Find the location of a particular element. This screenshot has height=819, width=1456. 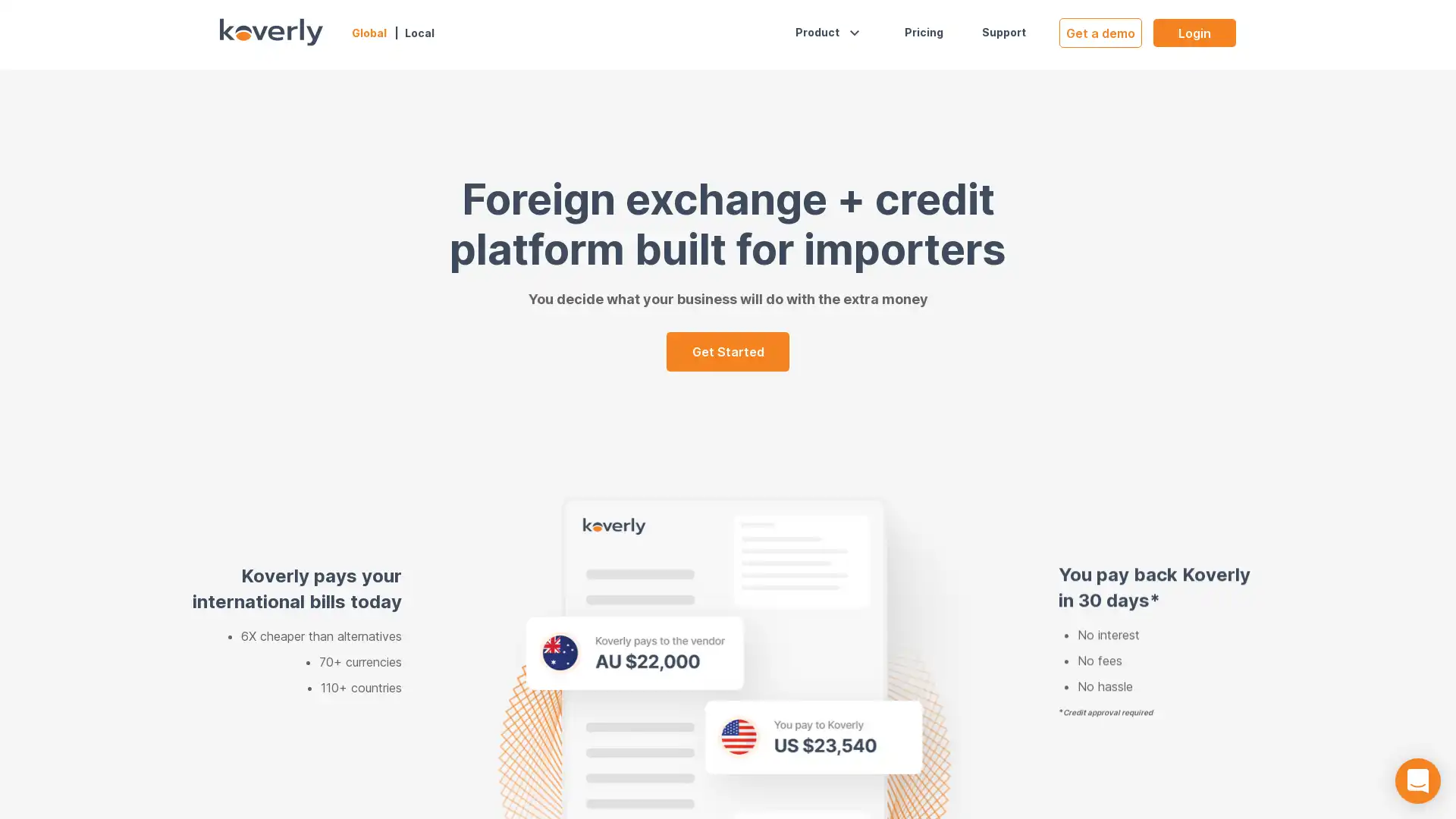

Open Intercom Messenger is located at coordinates (1417, 780).